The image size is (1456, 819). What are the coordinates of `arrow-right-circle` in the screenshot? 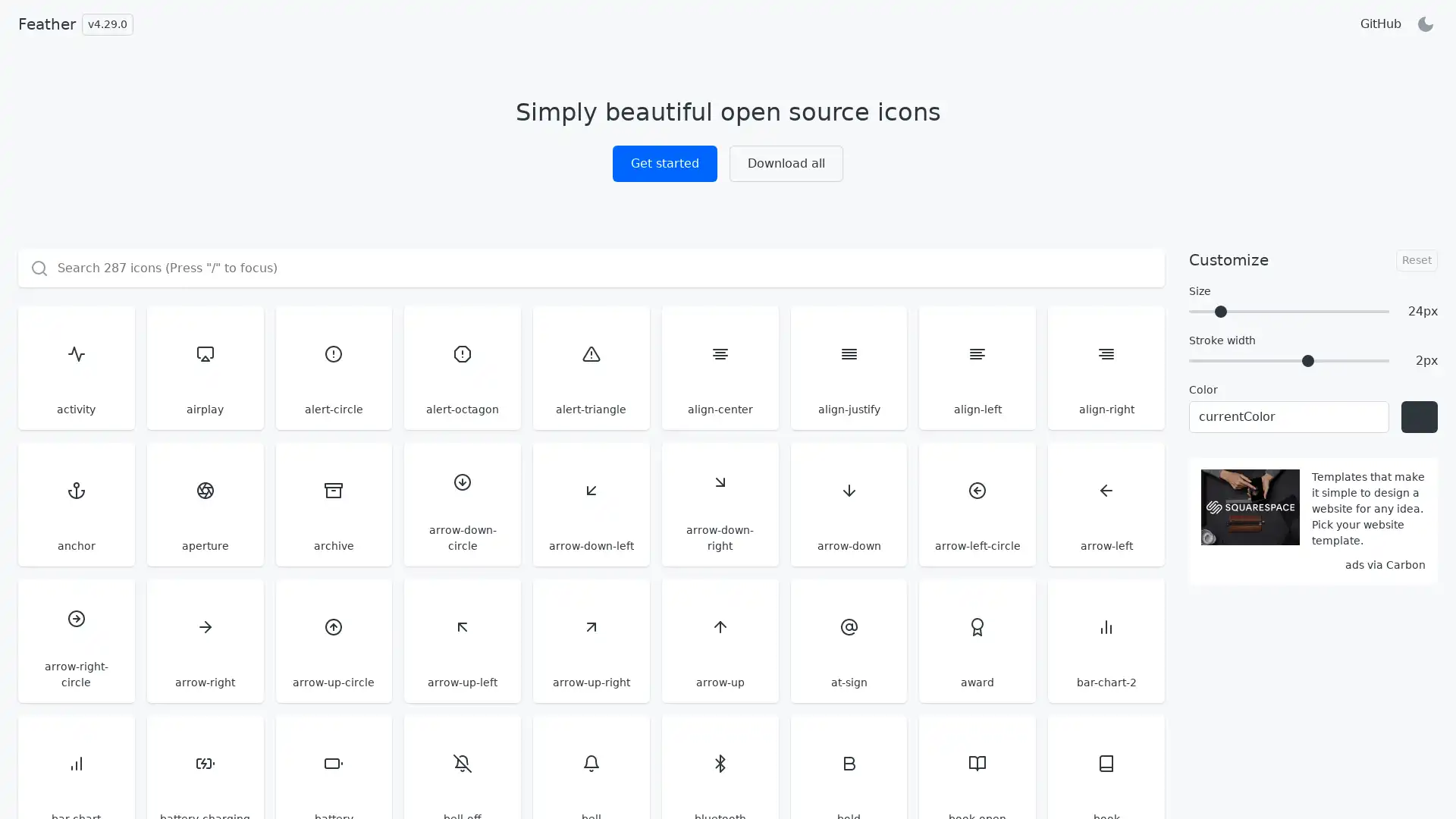 It's located at (75, 640).